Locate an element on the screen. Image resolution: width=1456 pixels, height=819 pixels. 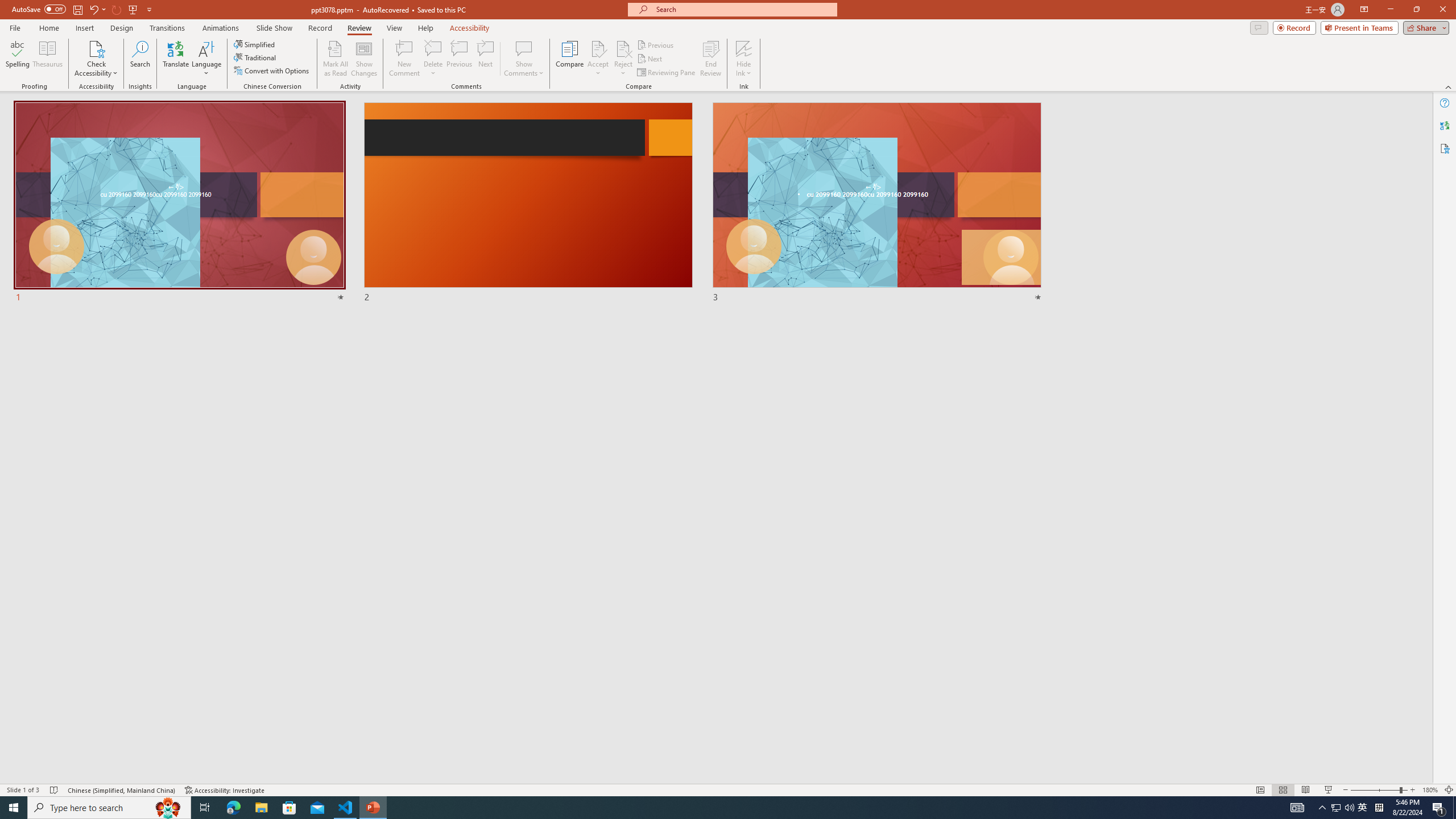
'Normal' is located at coordinates (1259, 790).